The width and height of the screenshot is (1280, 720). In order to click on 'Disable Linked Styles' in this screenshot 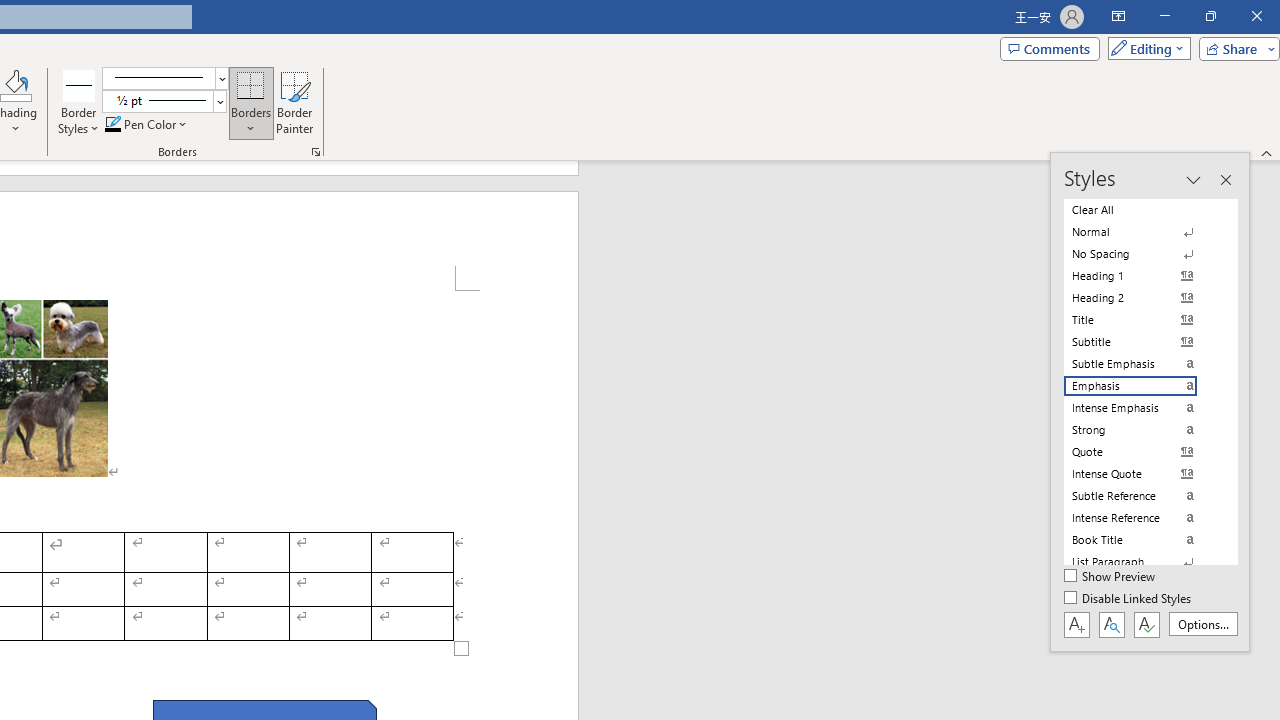, I will do `click(1129, 598)`.